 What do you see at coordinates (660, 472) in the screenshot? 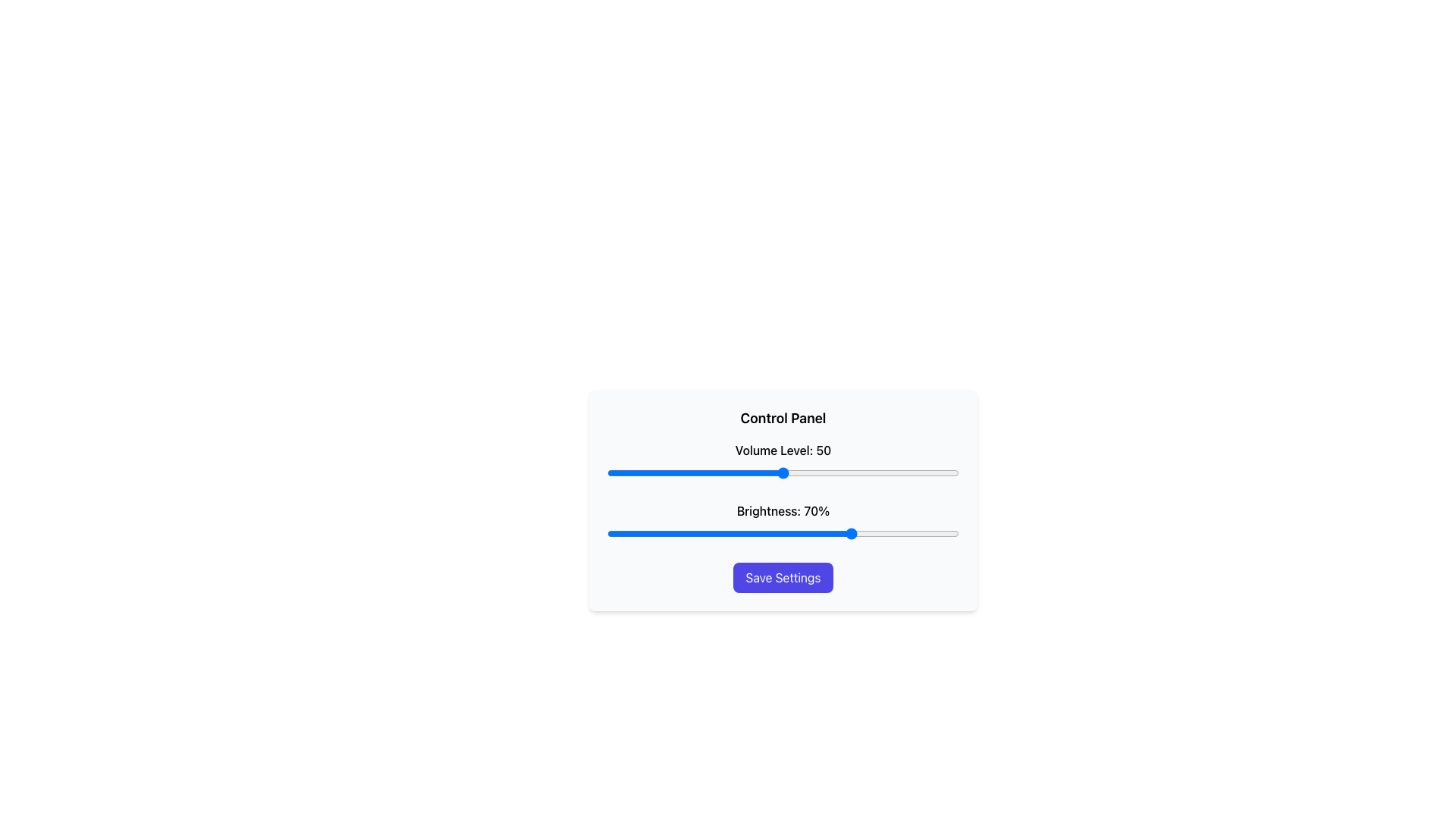
I see `the volume level` at bounding box center [660, 472].